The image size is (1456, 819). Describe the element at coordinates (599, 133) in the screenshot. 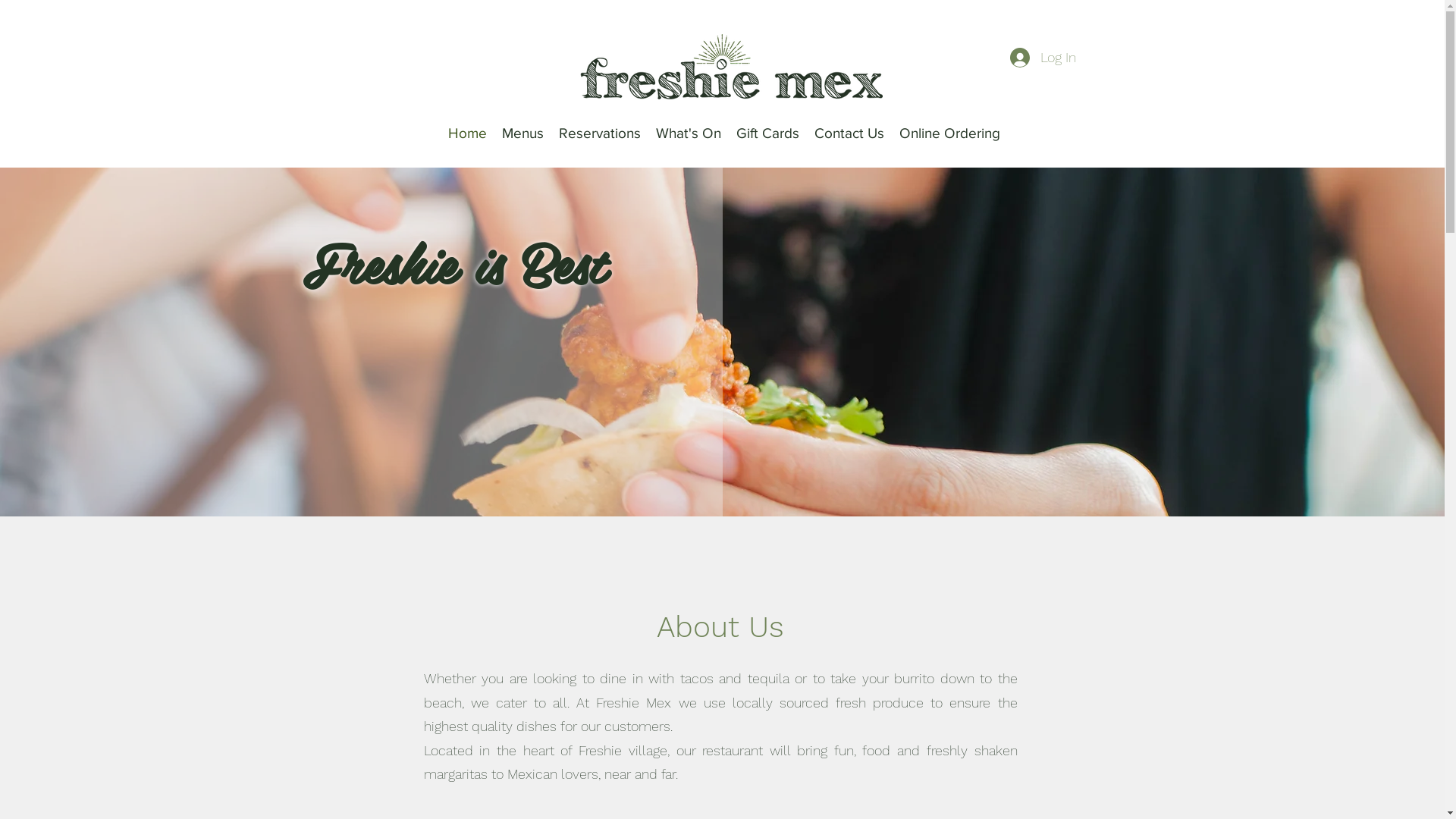

I see `'Reservations'` at that location.